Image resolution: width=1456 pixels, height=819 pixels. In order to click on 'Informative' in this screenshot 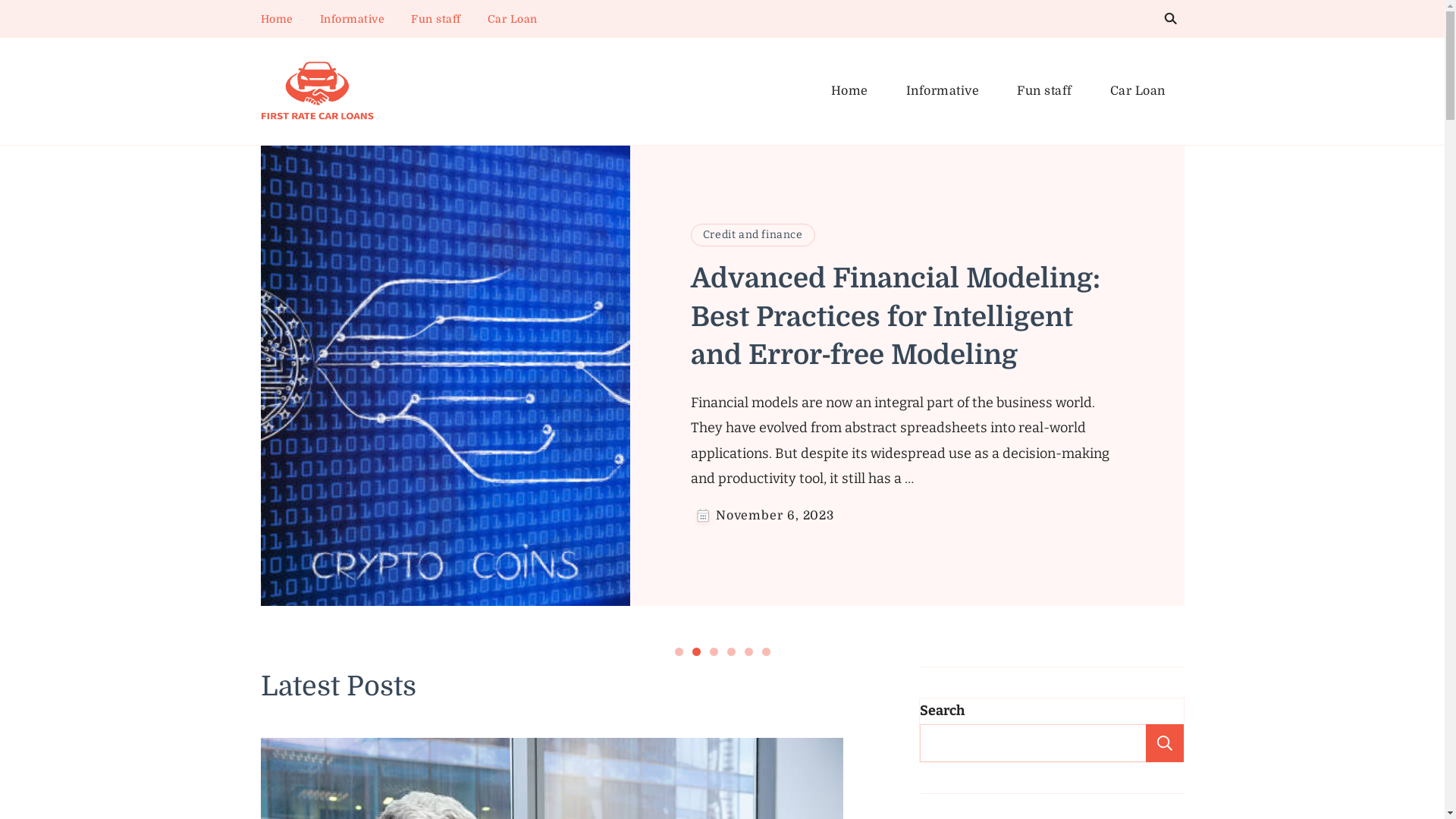, I will do `click(352, 18)`.